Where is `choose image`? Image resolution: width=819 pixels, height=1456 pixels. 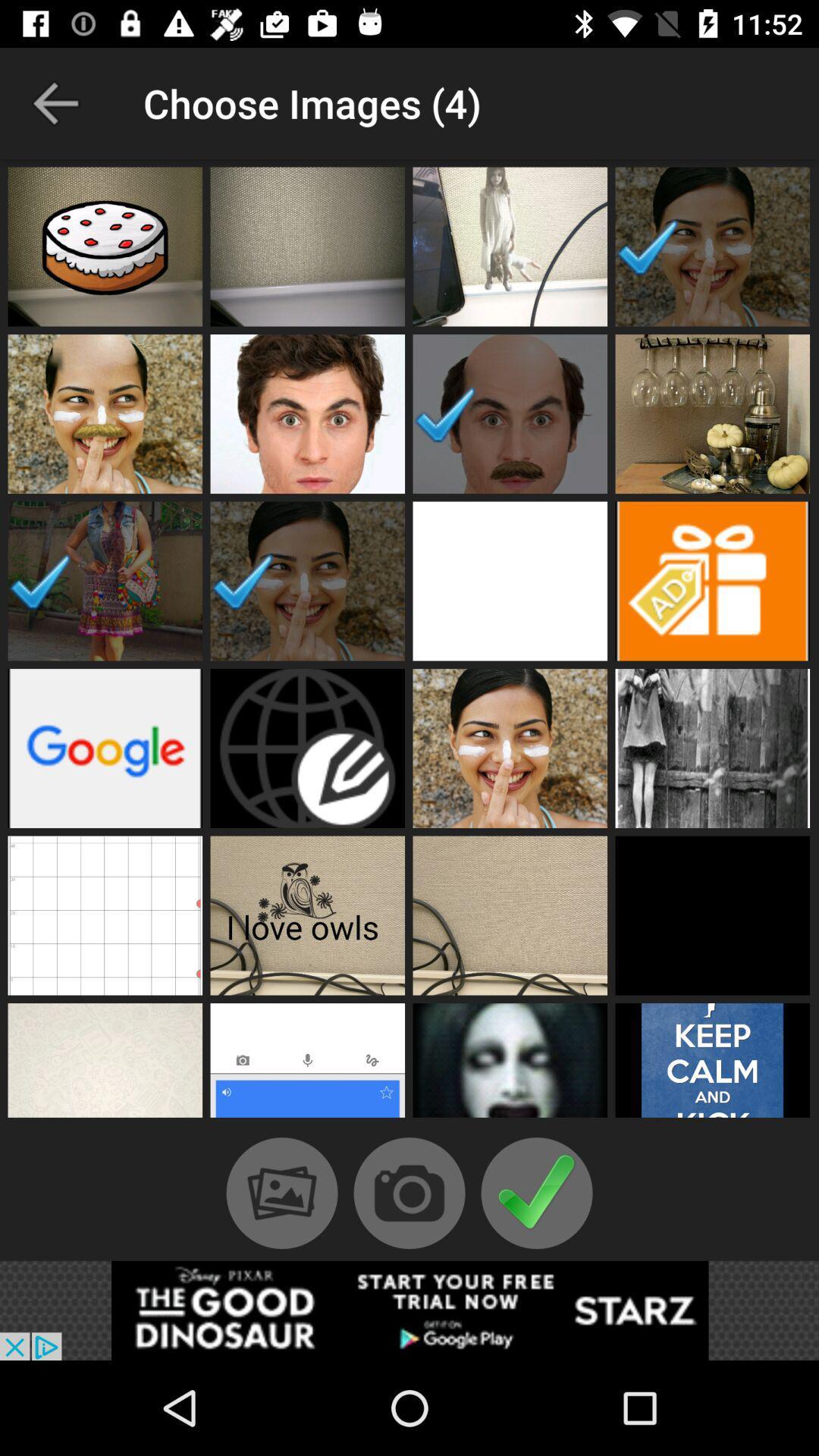 choose image is located at coordinates (510, 748).